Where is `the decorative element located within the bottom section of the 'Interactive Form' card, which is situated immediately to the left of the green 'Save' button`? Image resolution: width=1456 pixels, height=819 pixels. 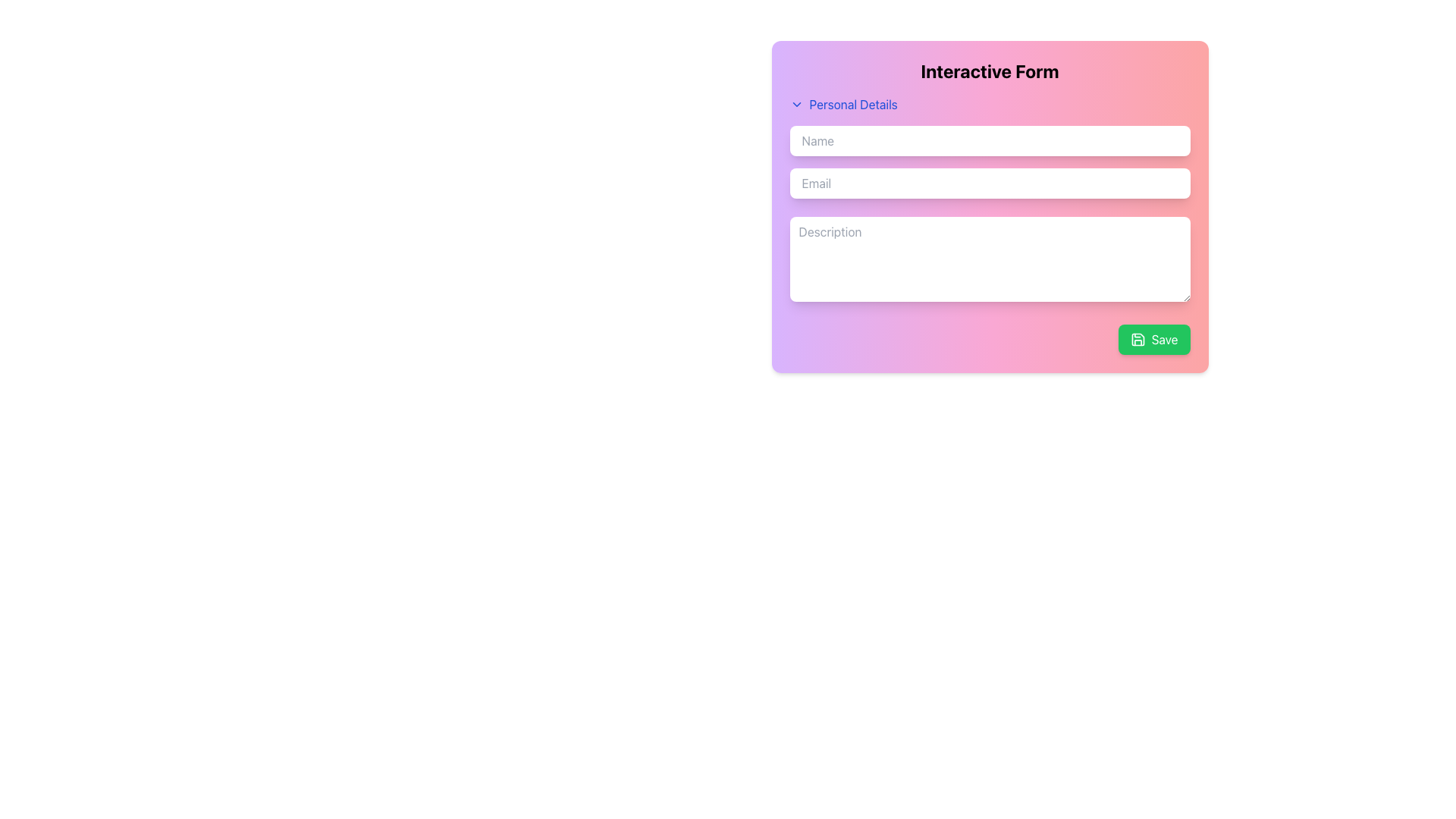 the decorative element located within the bottom section of the 'Interactive Form' card, which is situated immediately to the left of the green 'Save' button is located at coordinates (990, 338).